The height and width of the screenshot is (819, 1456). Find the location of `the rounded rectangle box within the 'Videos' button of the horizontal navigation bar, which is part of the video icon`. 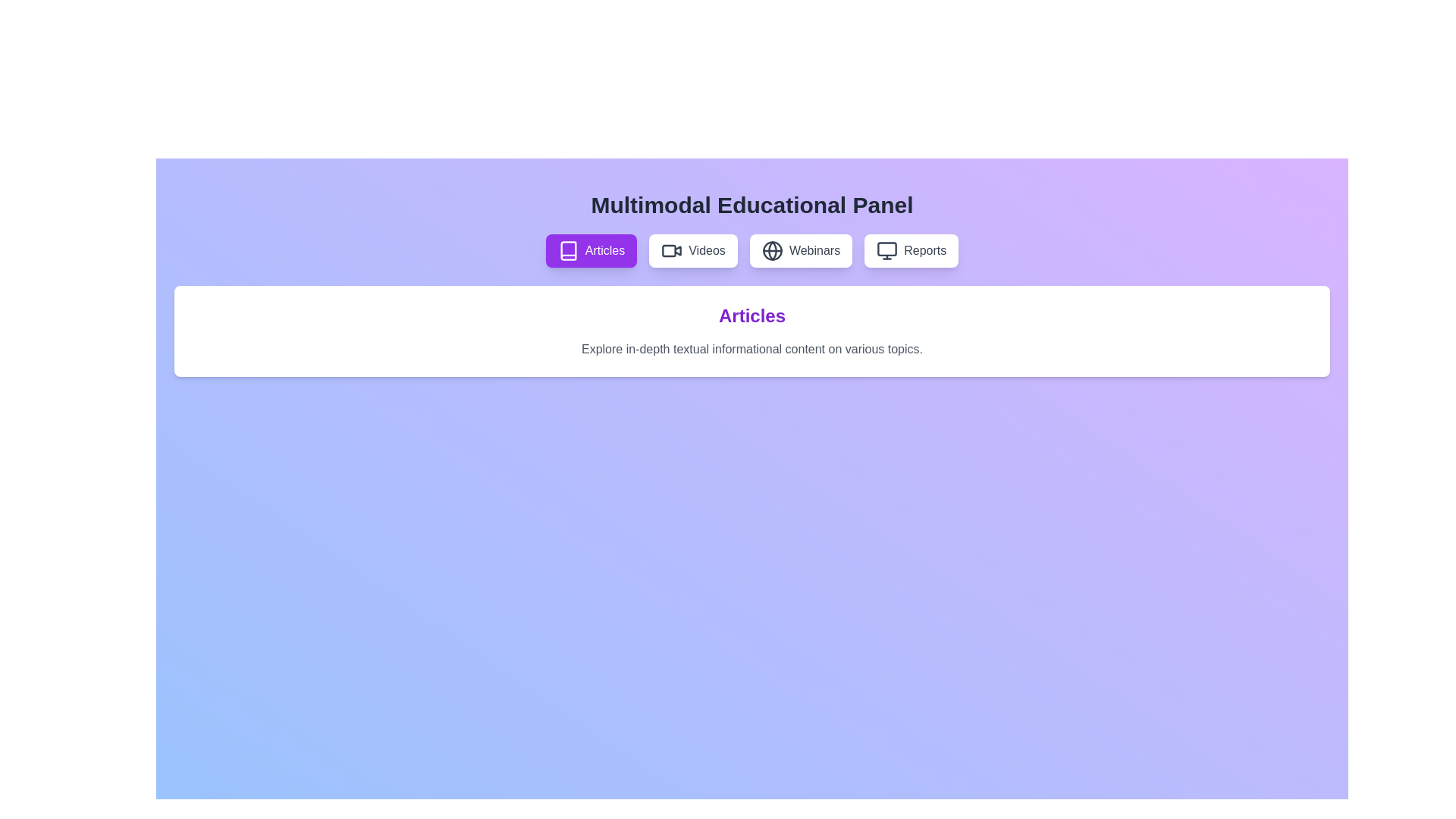

the rounded rectangle box within the 'Videos' button of the horizontal navigation bar, which is part of the video icon is located at coordinates (668, 250).